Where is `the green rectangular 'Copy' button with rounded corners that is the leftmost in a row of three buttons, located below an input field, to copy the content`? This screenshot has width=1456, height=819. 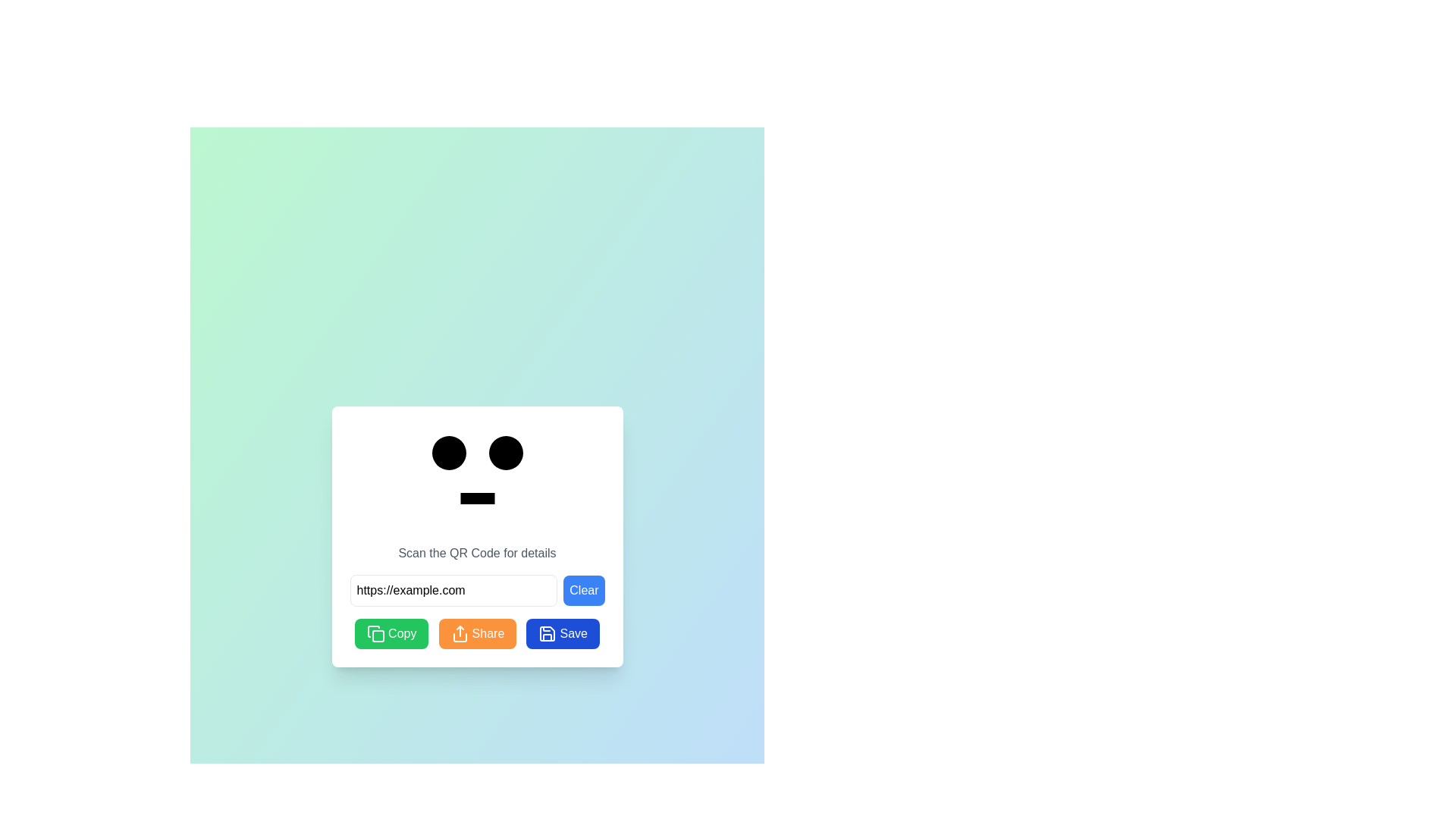
the green rectangular 'Copy' button with rounded corners that is the leftmost in a row of three buttons, located below an input field, to copy the content is located at coordinates (391, 634).